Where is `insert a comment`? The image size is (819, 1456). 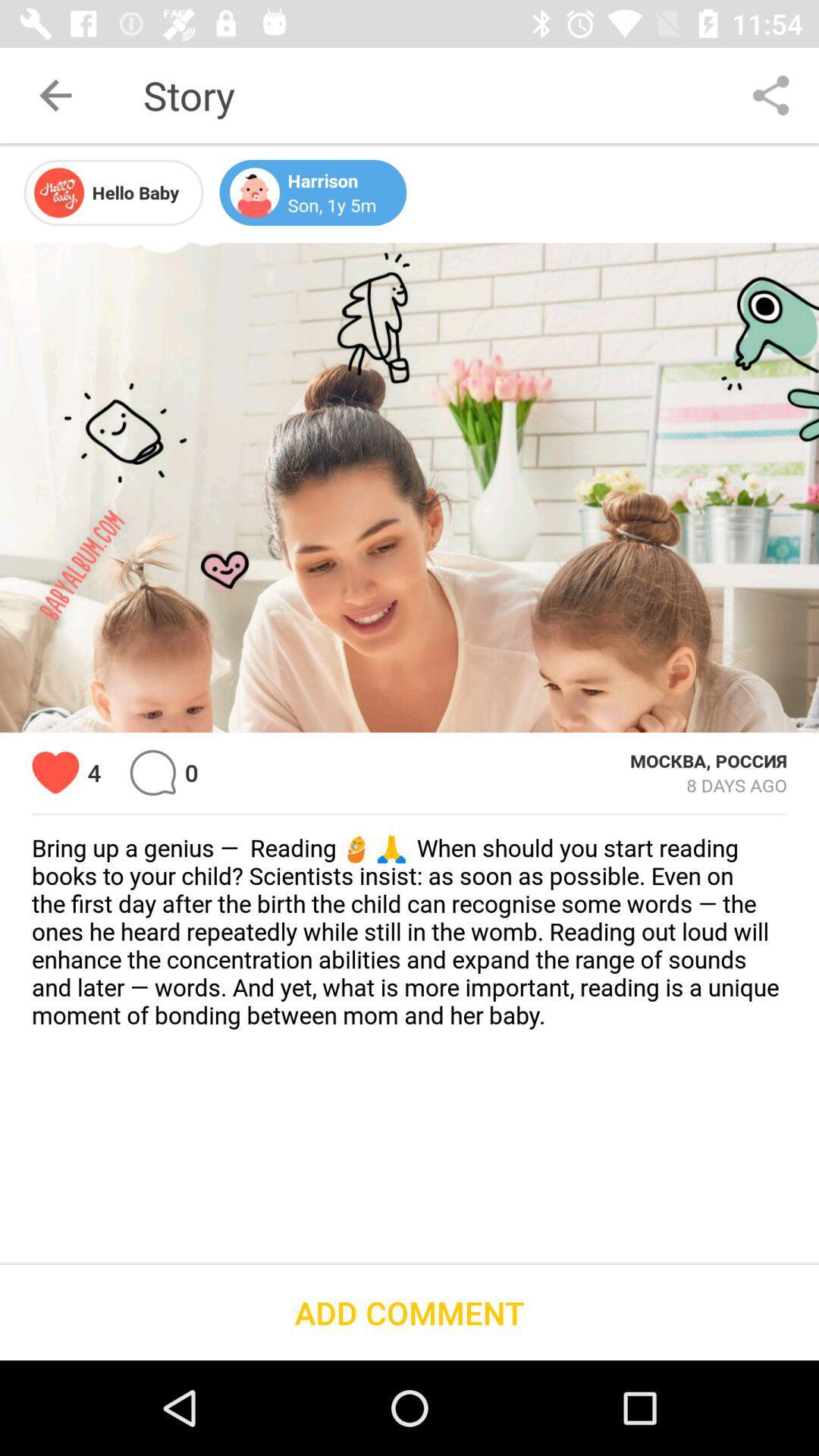
insert a comment is located at coordinates (152, 773).